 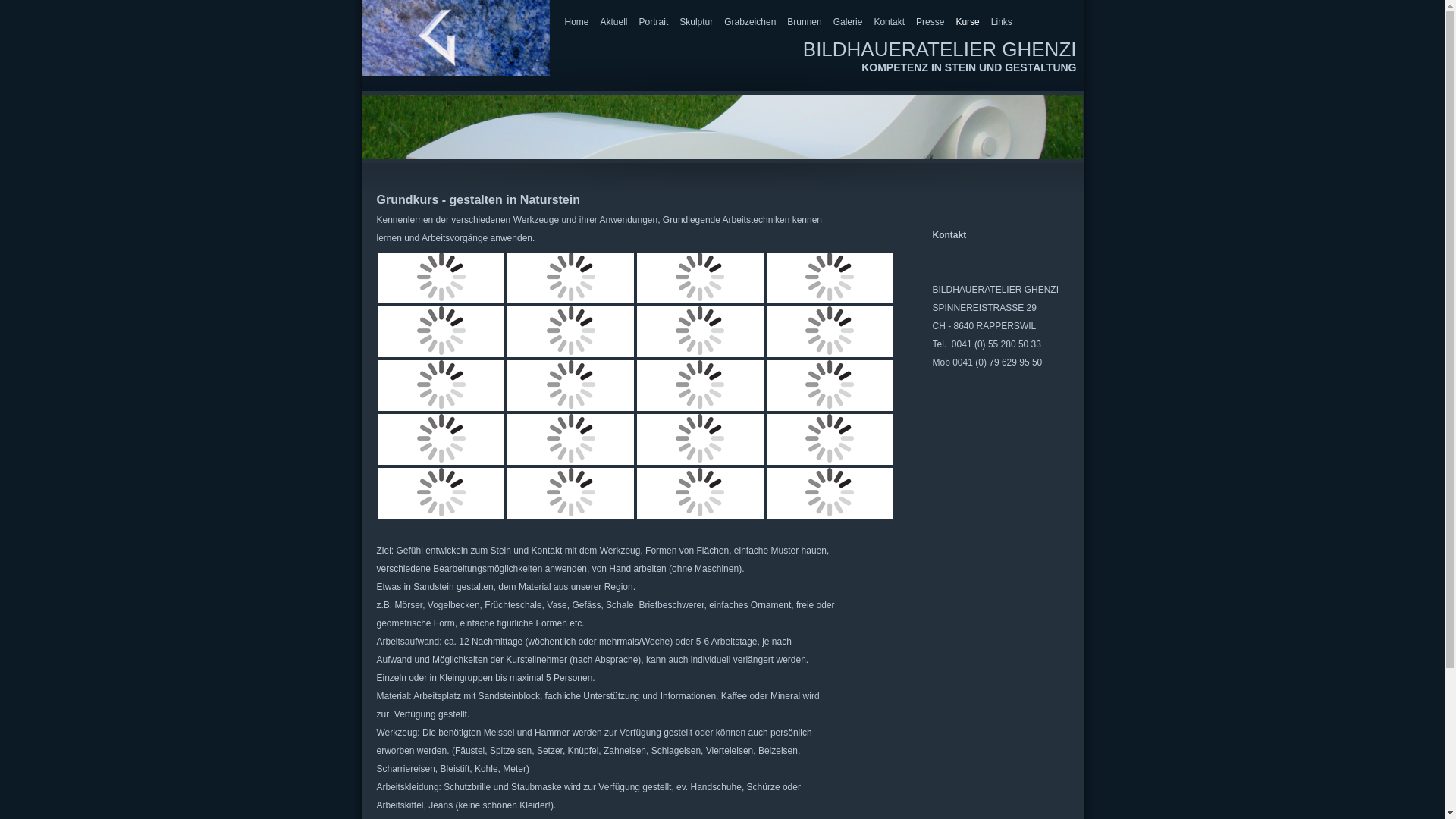 What do you see at coordinates (575, 22) in the screenshot?
I see `'Home'` at bounding box center [575, 22].